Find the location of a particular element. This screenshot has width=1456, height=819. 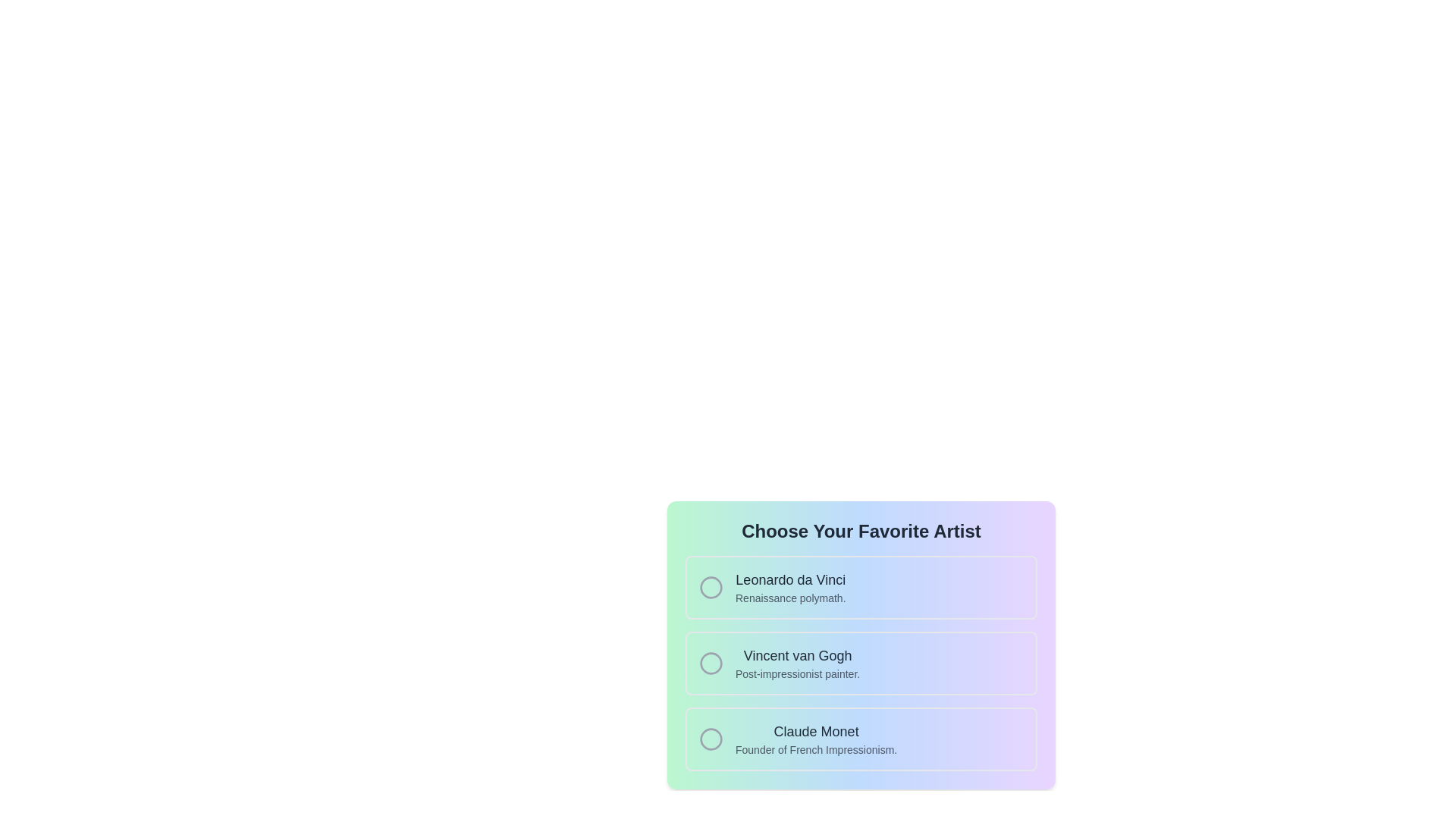

the radio button indicating the option 'Vincent van Gogh' is located at coordinates (710, 663).